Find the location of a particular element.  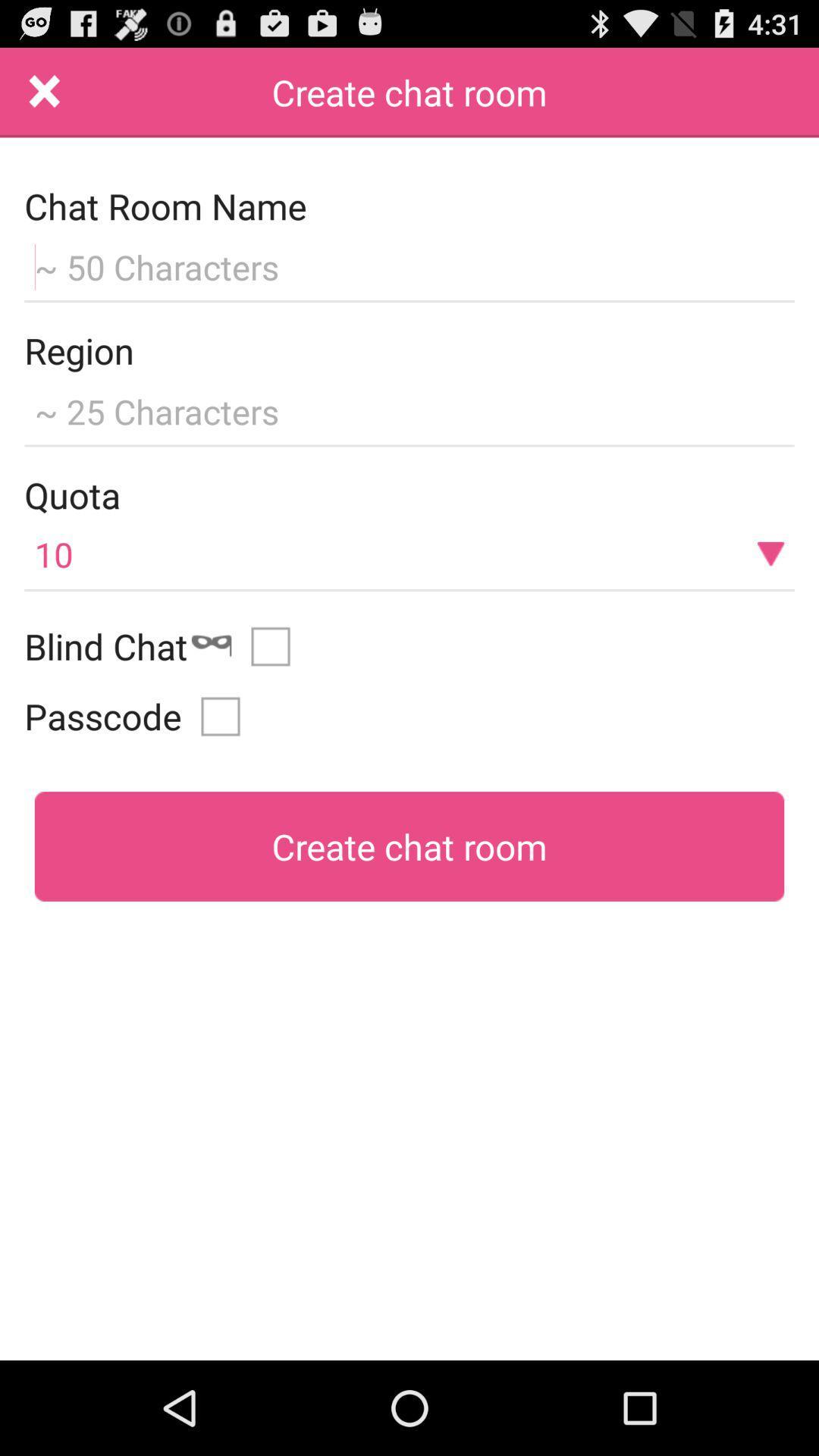

icon to the left of create chat room icon is located at coordinates (44, 92).